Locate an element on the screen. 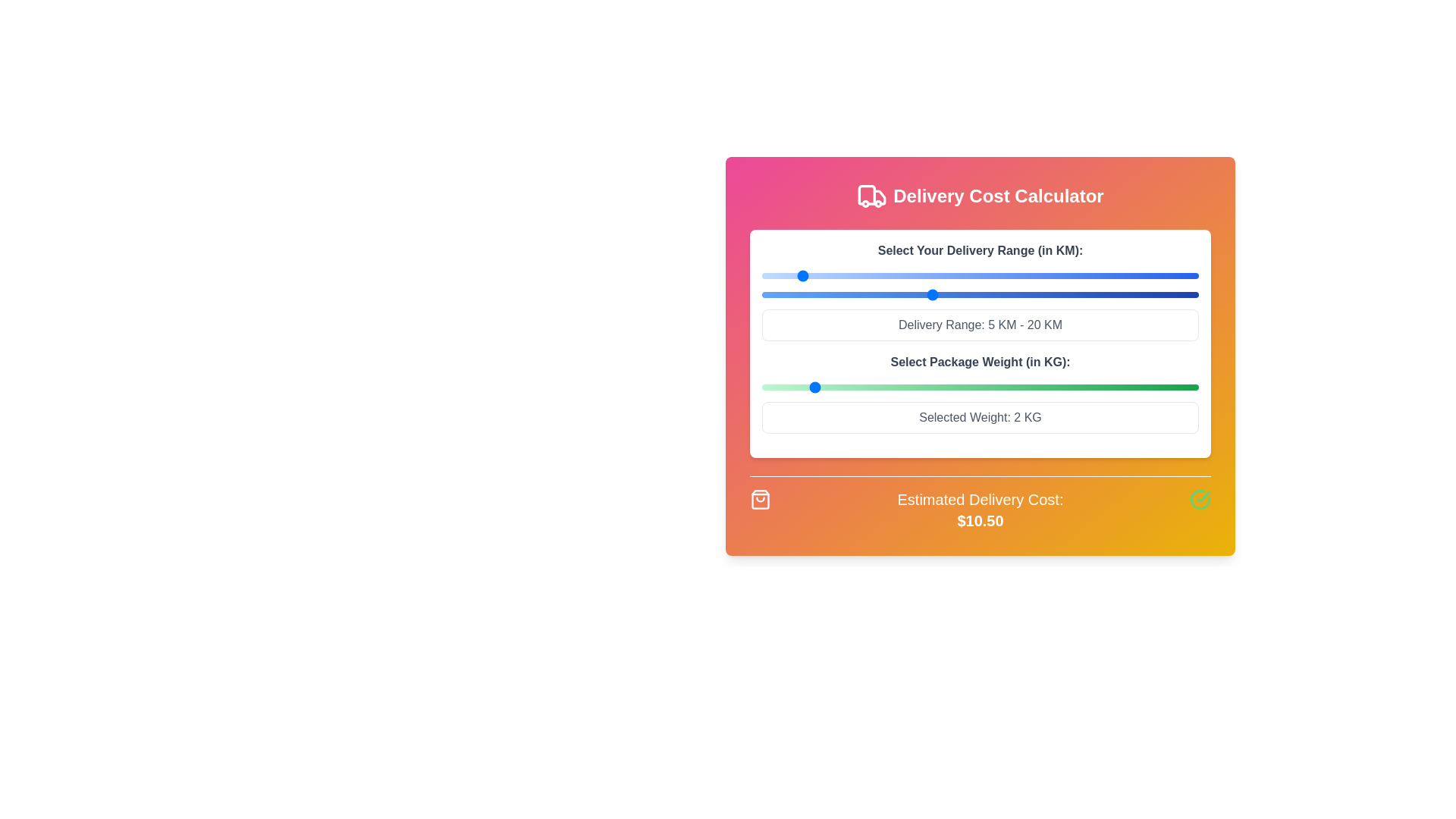 The width and height of the screenshot is (1456, 819). delivery range is located at coordinates (761, 295).